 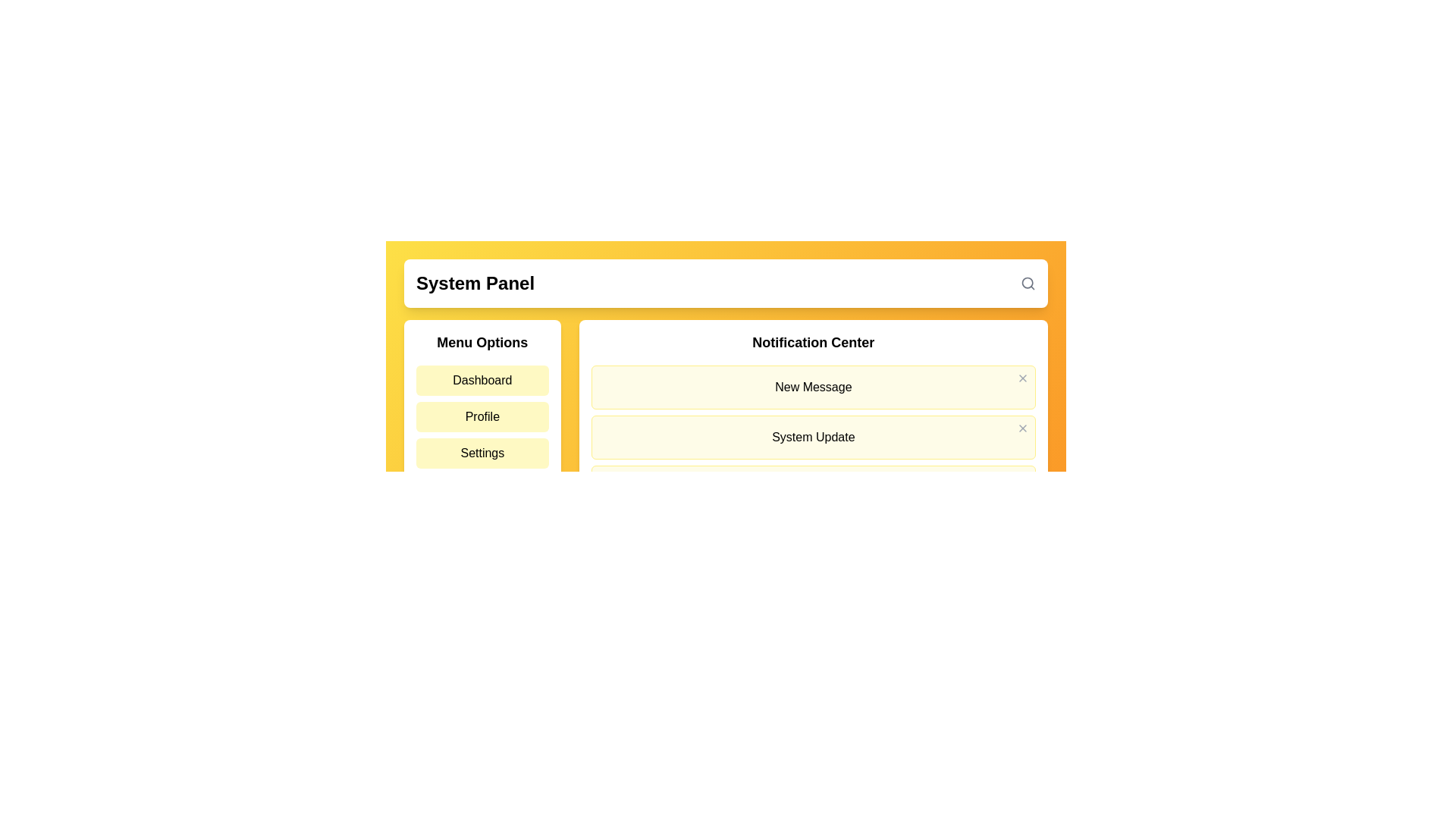 What do you see at coordinates (812, 421) in the screenshot?
I see `the notification card labeled 'System Update' in the second column of the 'Notification Center'` at bounding box center [812, 421].